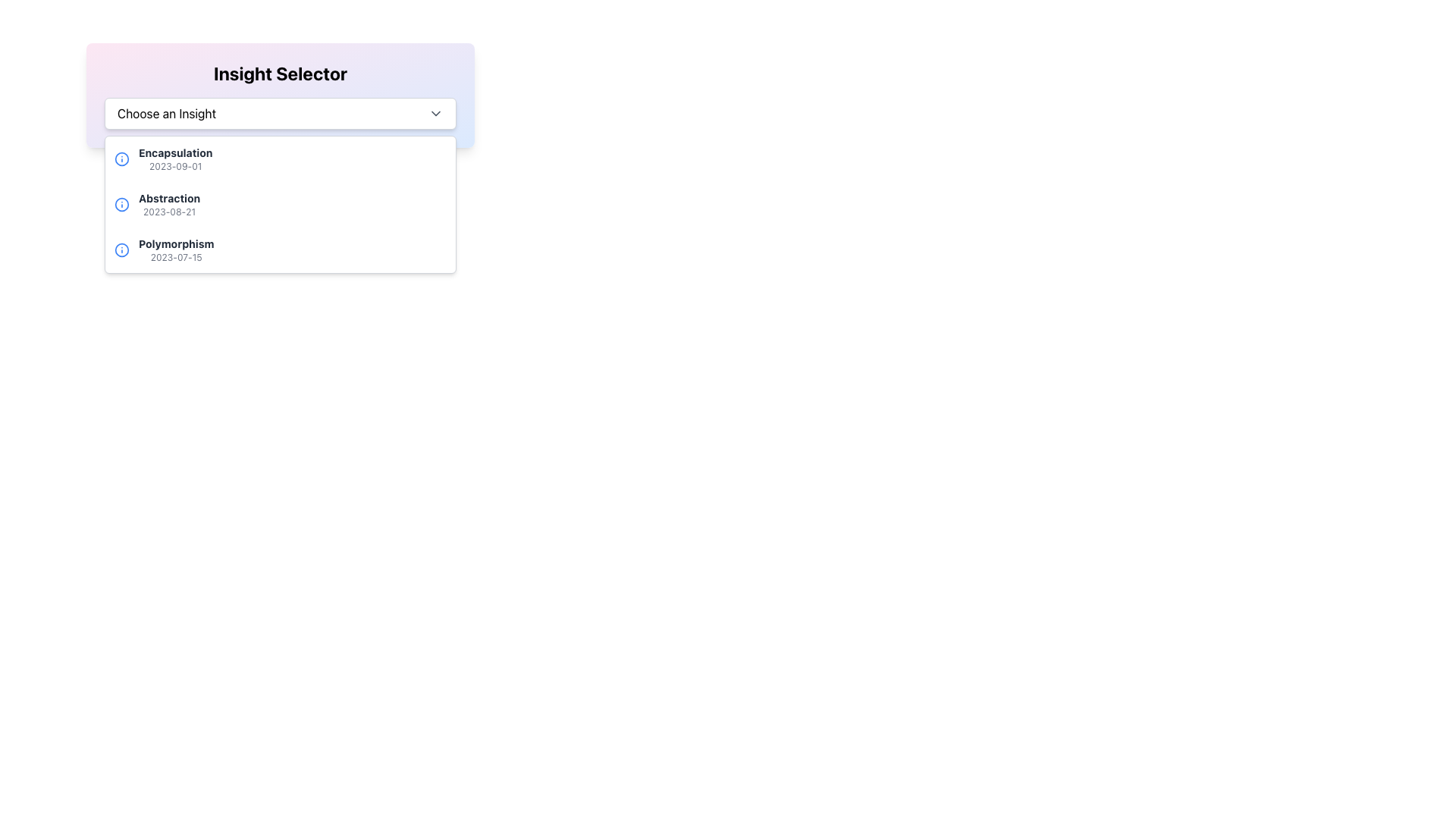 The image size is (1456, 819). I want to click on the third item in the dropdown list titled 'Polymorphism', so click(280, 249).